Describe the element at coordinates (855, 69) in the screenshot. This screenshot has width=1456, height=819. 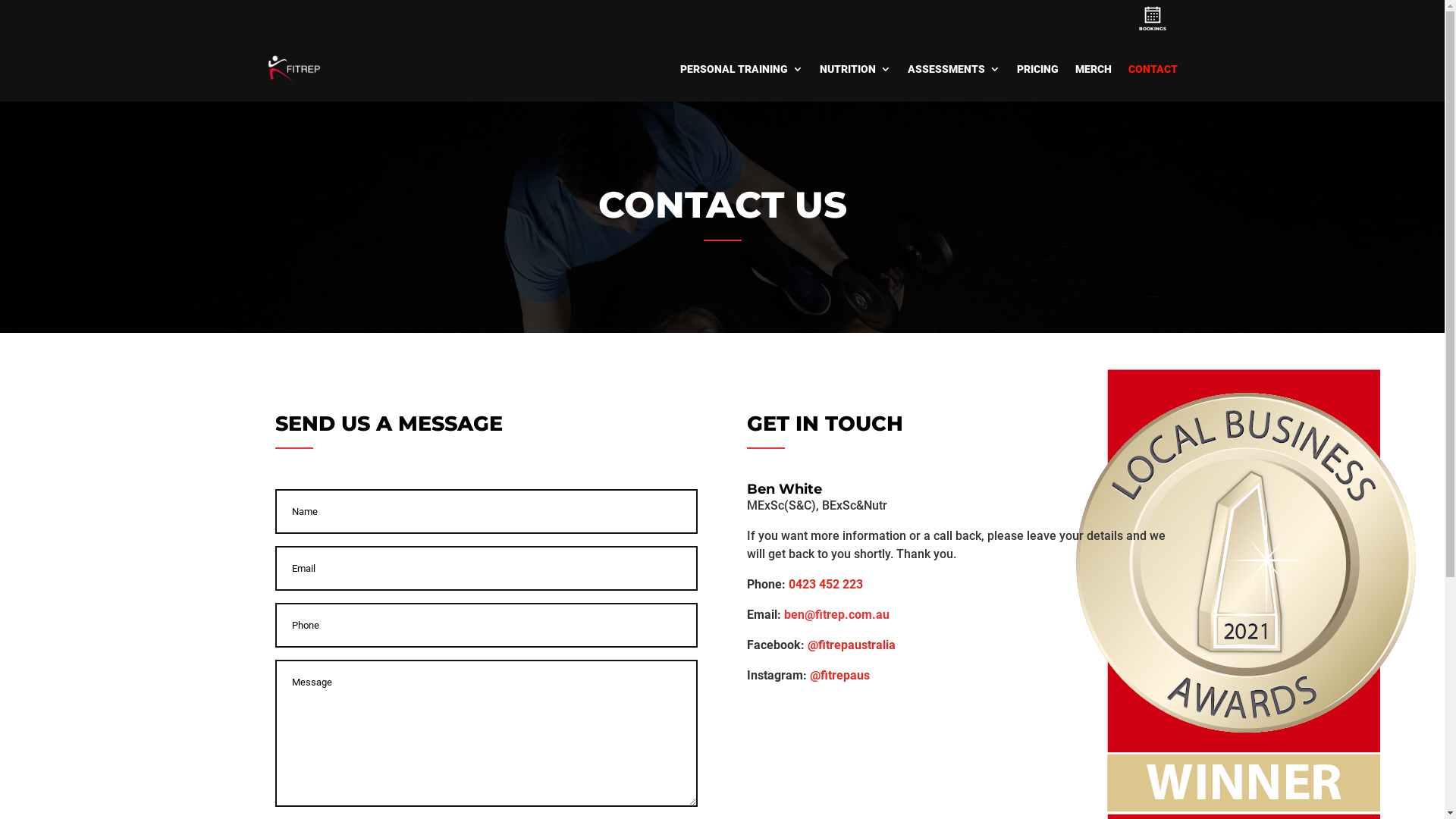
I see `'NUTRITION'` at that location.